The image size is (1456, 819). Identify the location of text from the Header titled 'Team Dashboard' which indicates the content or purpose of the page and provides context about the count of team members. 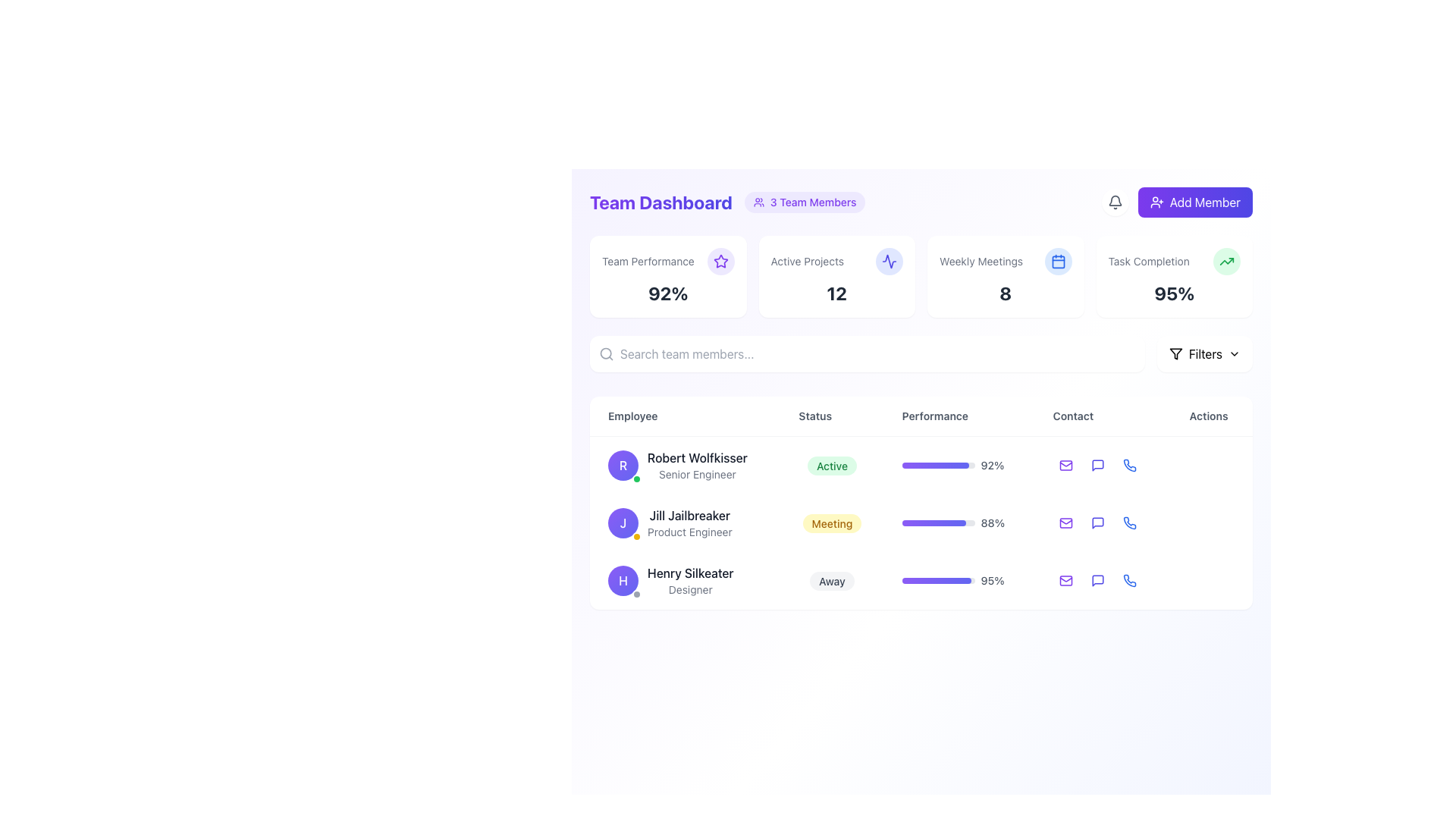
(726, 201).